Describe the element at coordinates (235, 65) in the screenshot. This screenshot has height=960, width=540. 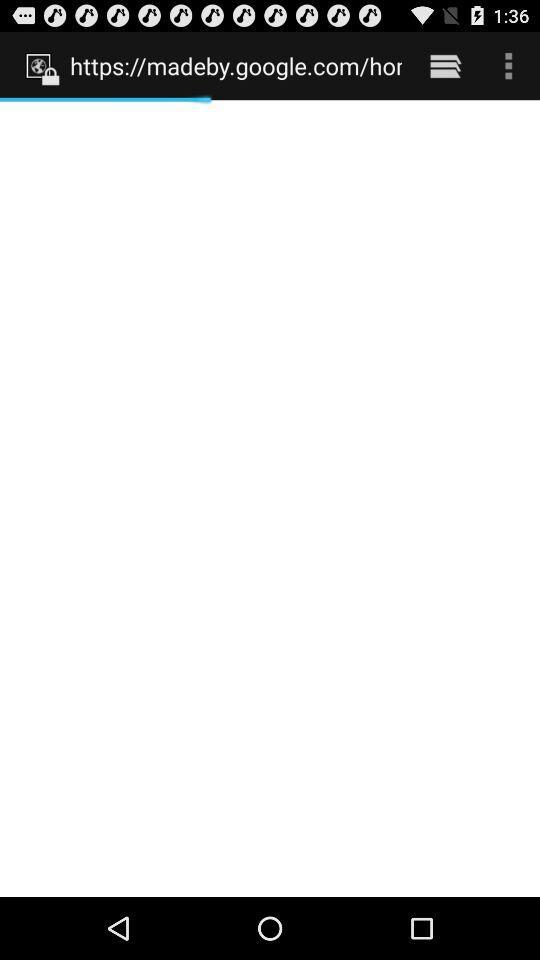
I see `the https madeby google` at that location.